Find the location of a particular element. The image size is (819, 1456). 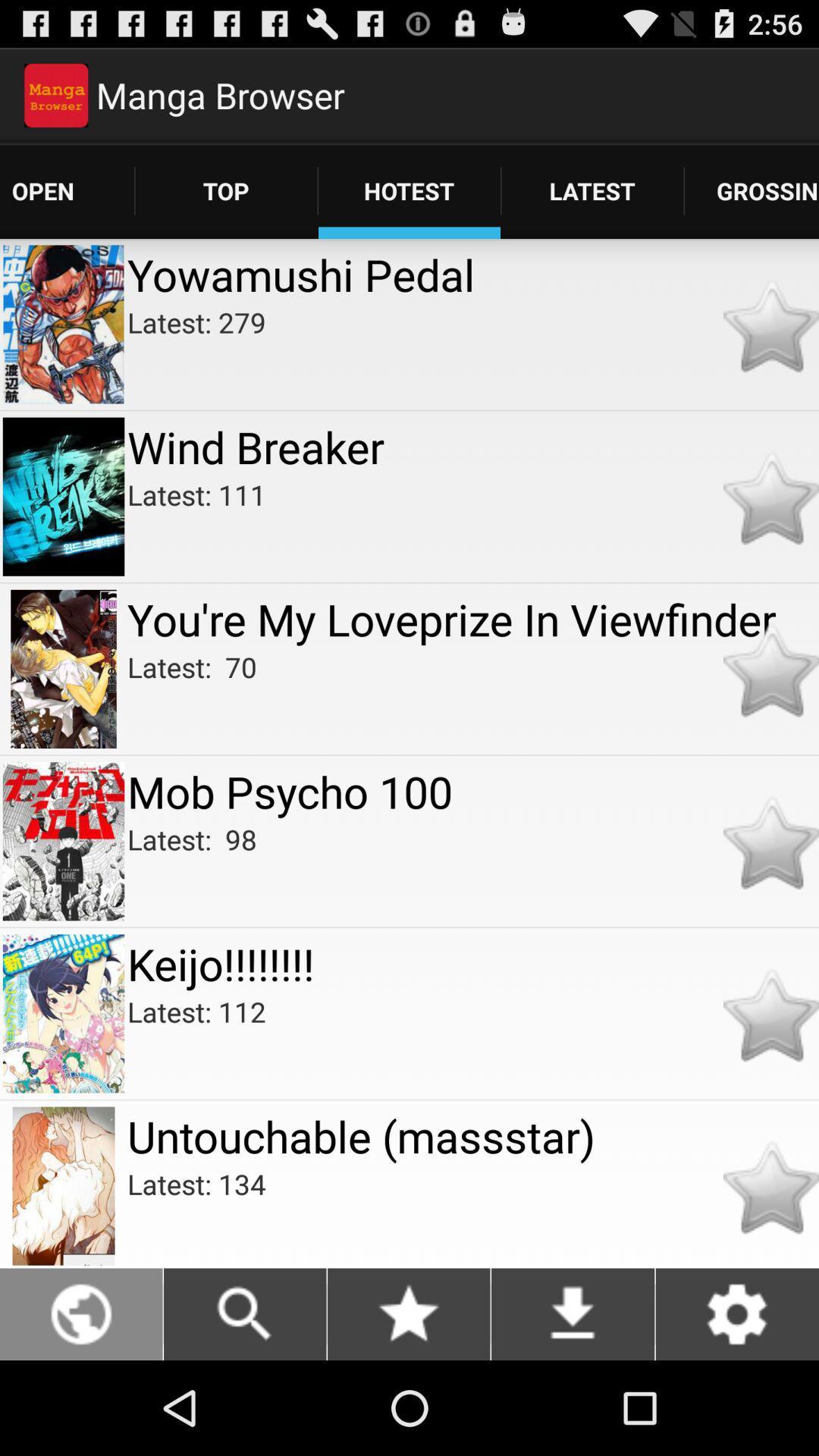

the item above latest: 279 icon is located at coordinates (472, 274).